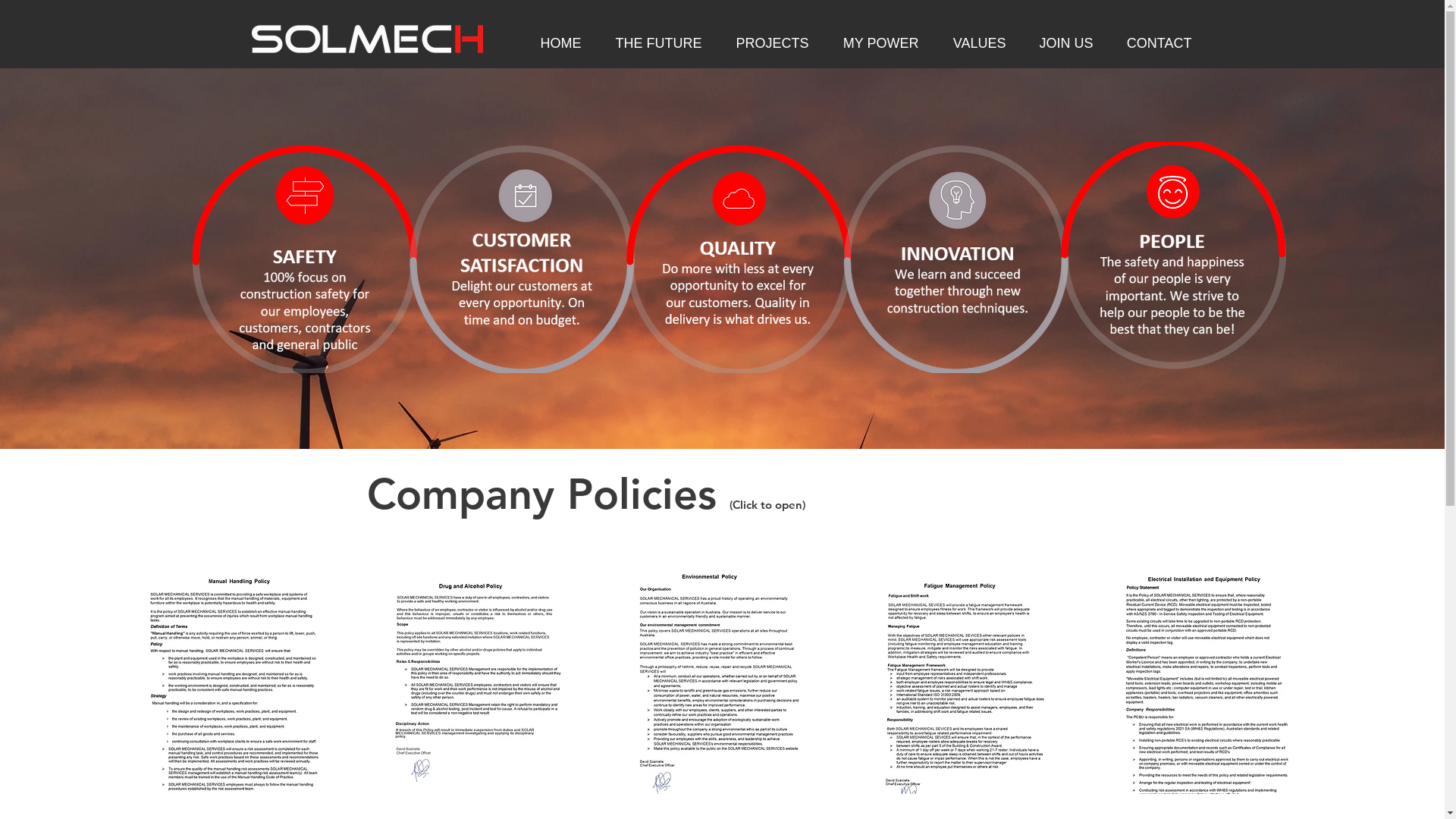 Image resolution: width=1456 pixels, height=819 pixels. Describe the element at coordinates (875, 42) in the screenshot. I see `'MY POWER'` at that location.